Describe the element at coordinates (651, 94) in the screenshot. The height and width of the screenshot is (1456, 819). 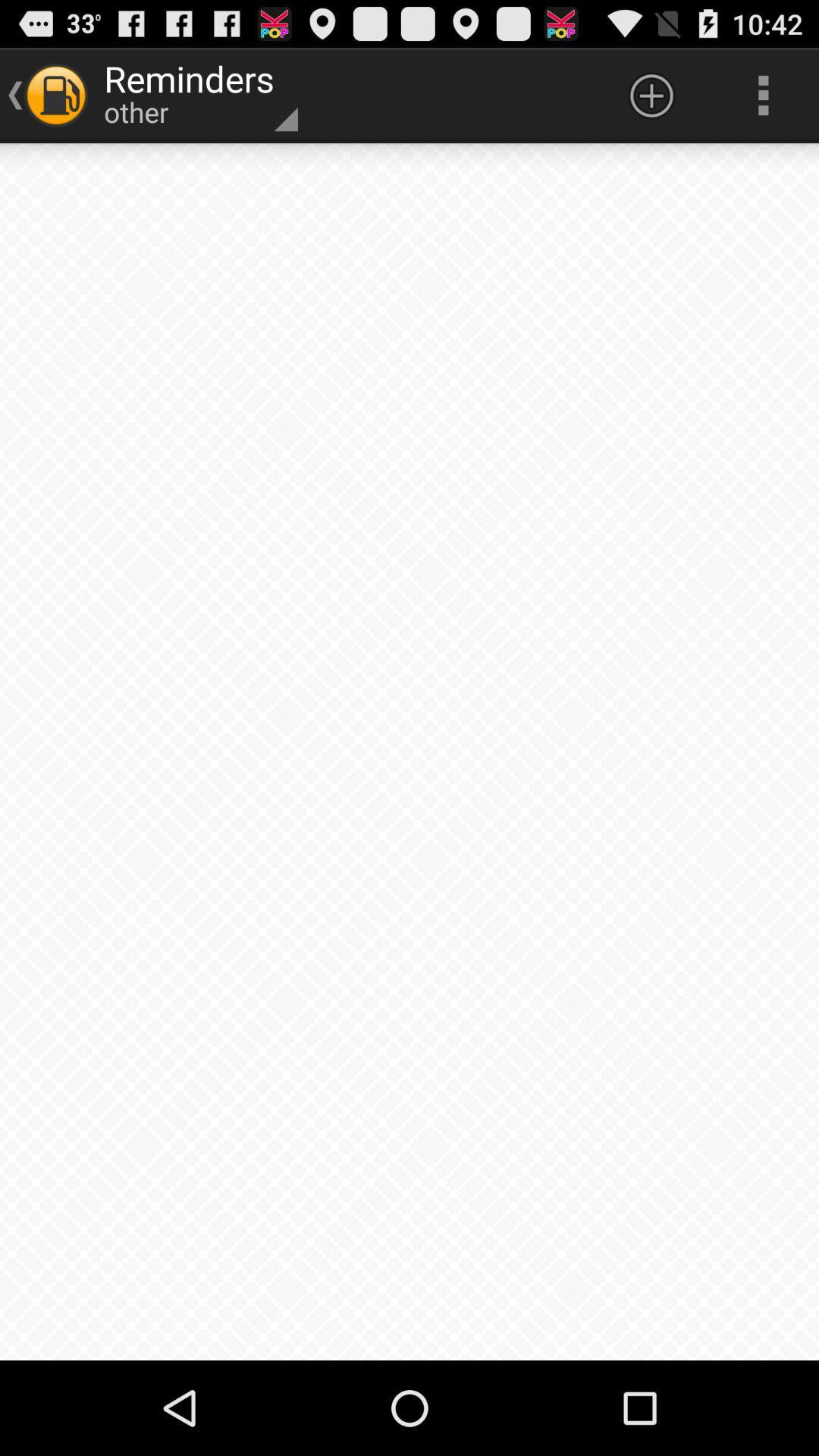
I see `icon next to the reminders` at that location.